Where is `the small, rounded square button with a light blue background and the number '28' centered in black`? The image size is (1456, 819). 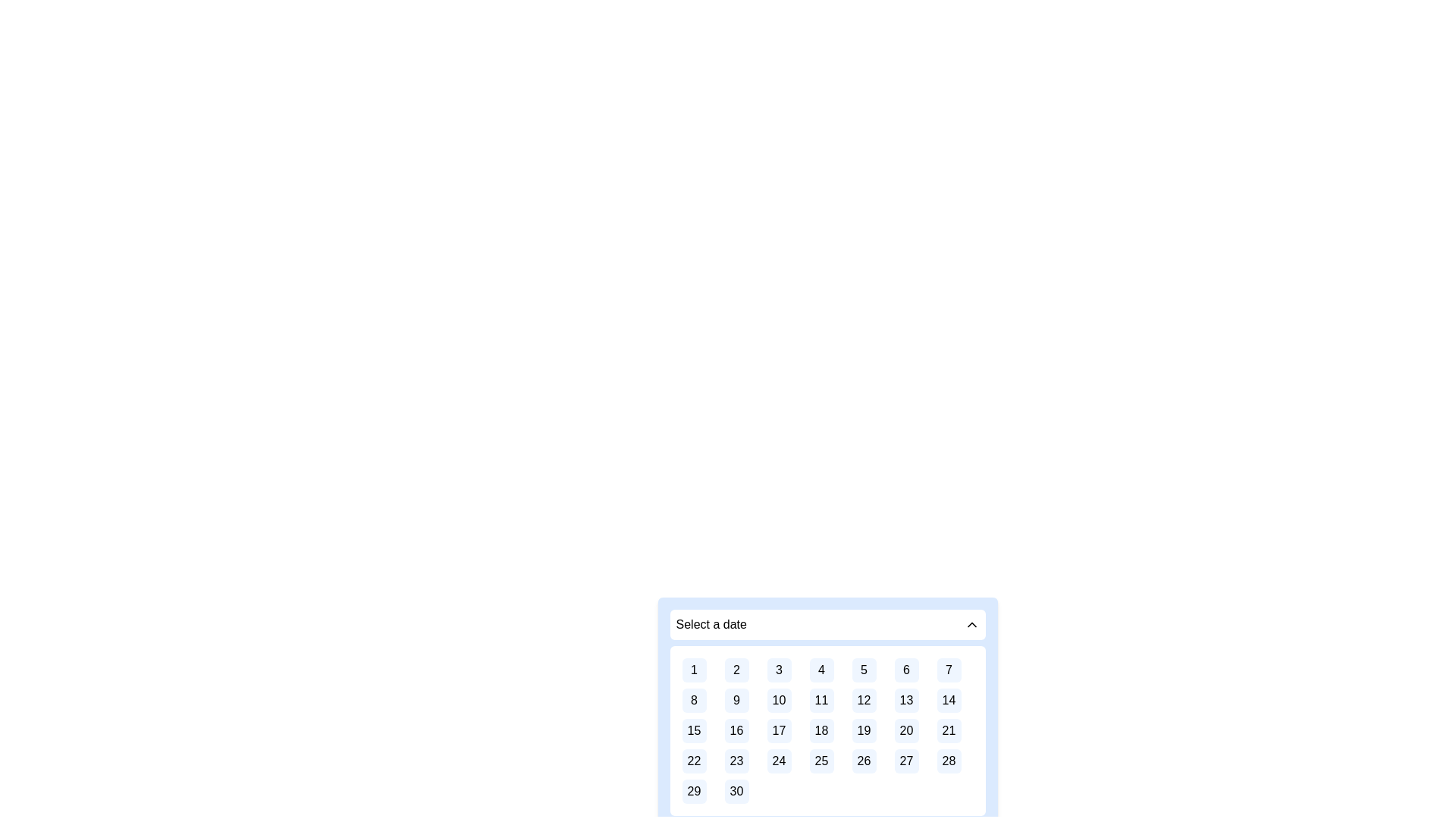
the small, rounded square button with a light blue background and the number '28' centered in black is located at coordinates (948, 761).